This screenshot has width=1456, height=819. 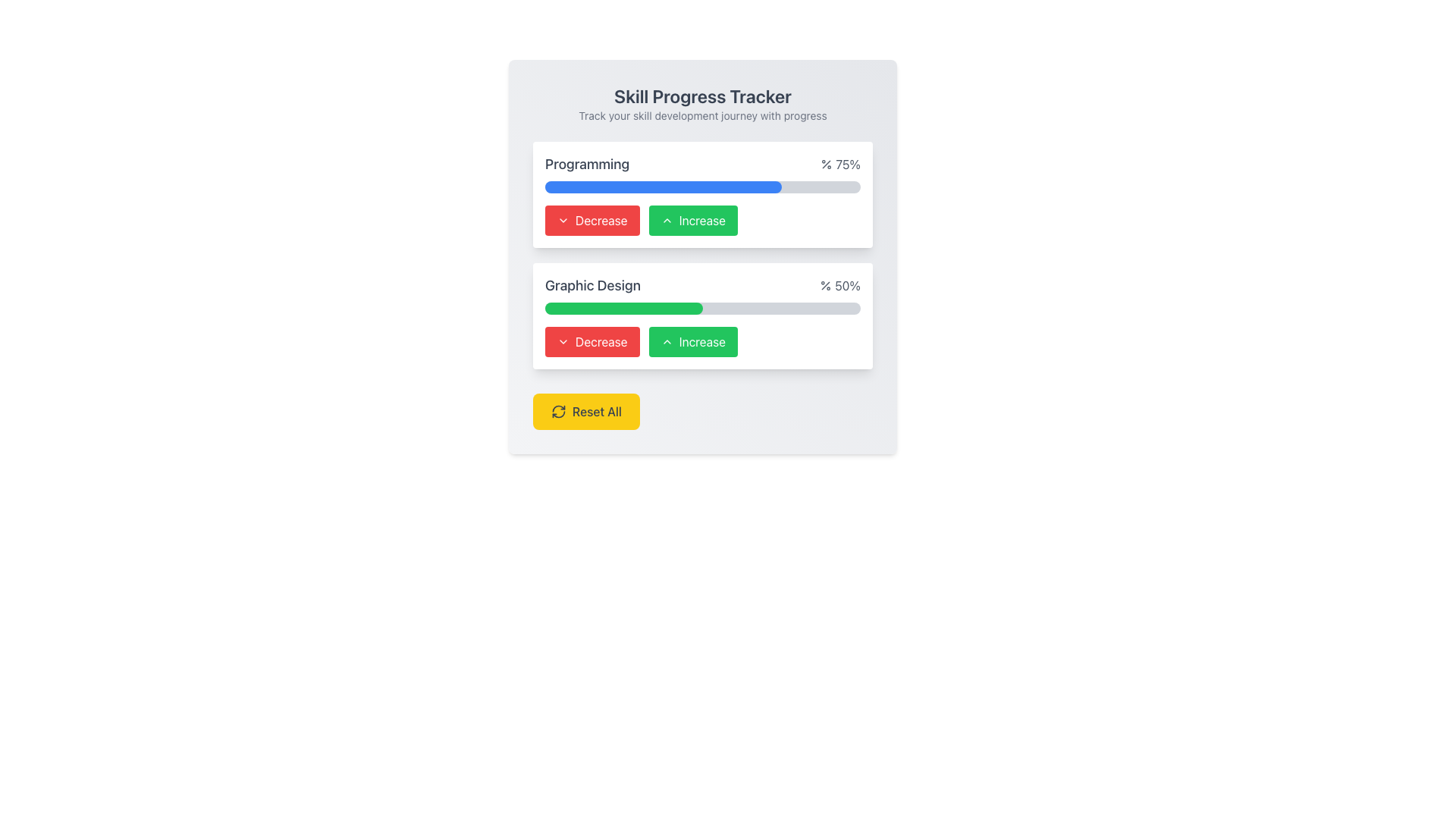 What do you see at coordinates (591, 220) in the screenshot?
I see `the red rectangular button labeled 'Decrease' located in the 'Programming' skill progress section` at bounding box center [591, 220].